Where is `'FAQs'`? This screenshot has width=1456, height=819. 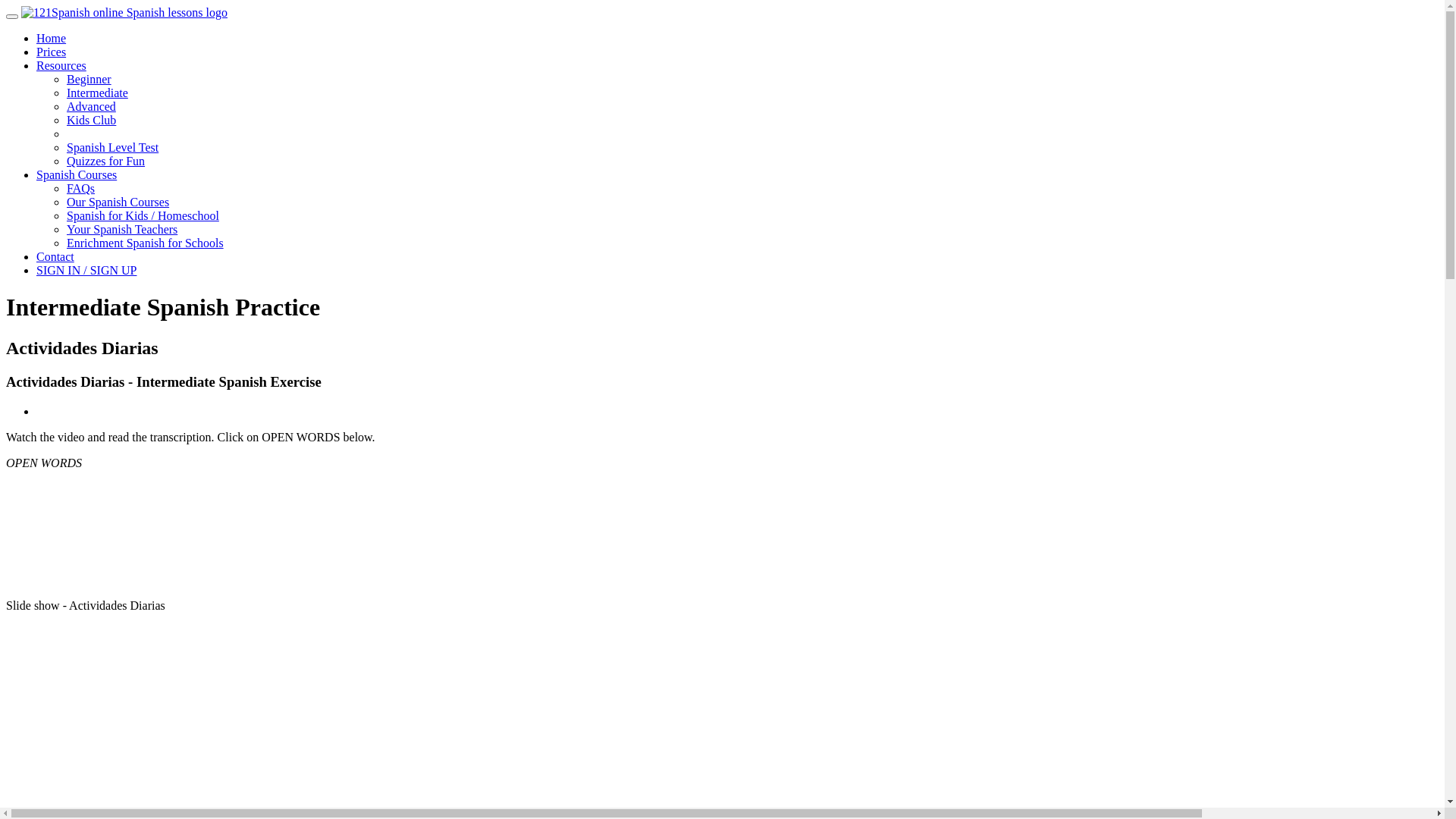
'FAQs' is located at coordinates (80, 187).